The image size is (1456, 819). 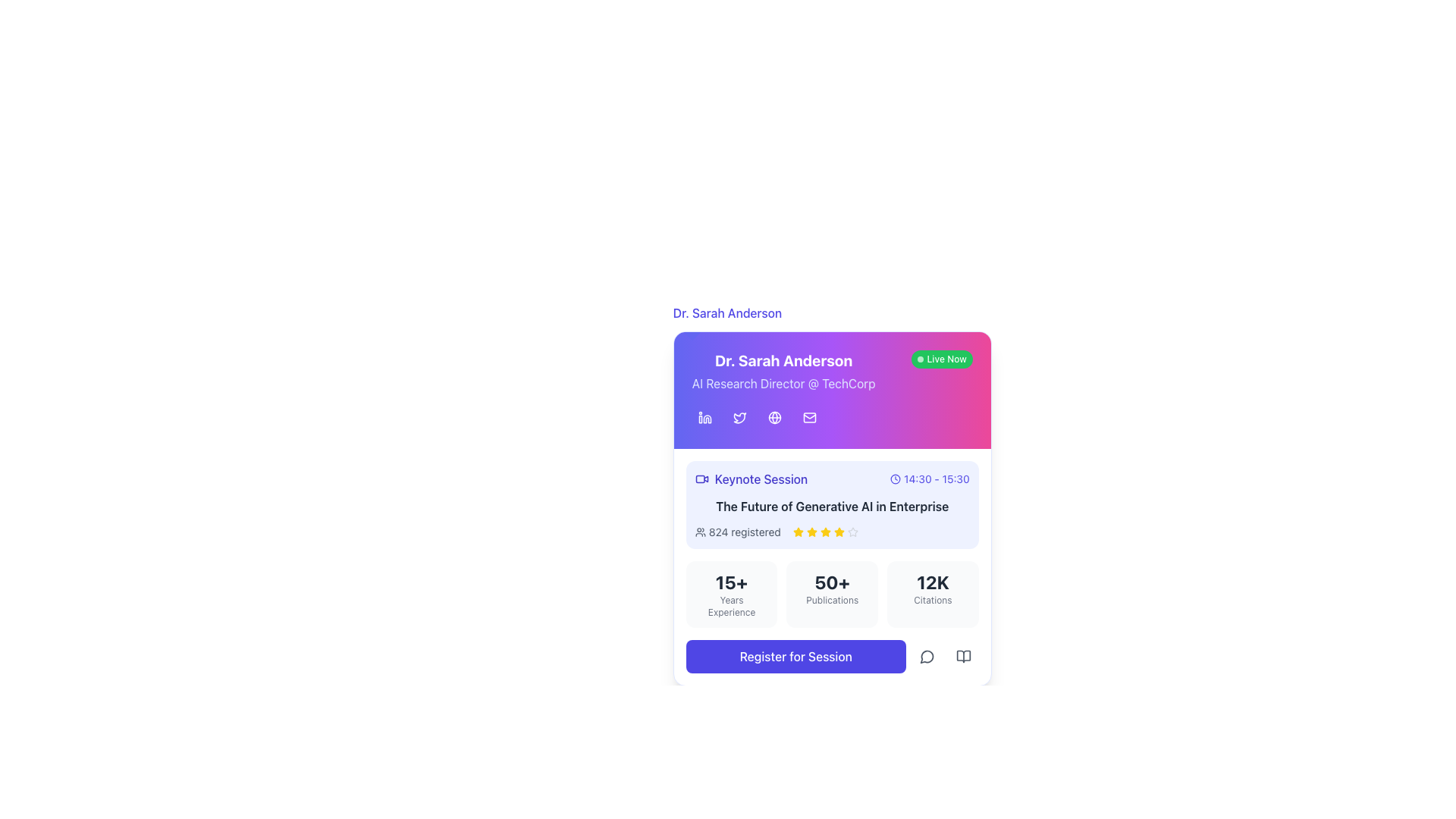 What do you see at coordinates (831, 567) in the screenshot?
I see `the Informational box displaying '50+' and 'Publications', which is the second box below the 'Keynote Session' section` at bounding box center [831, 567].